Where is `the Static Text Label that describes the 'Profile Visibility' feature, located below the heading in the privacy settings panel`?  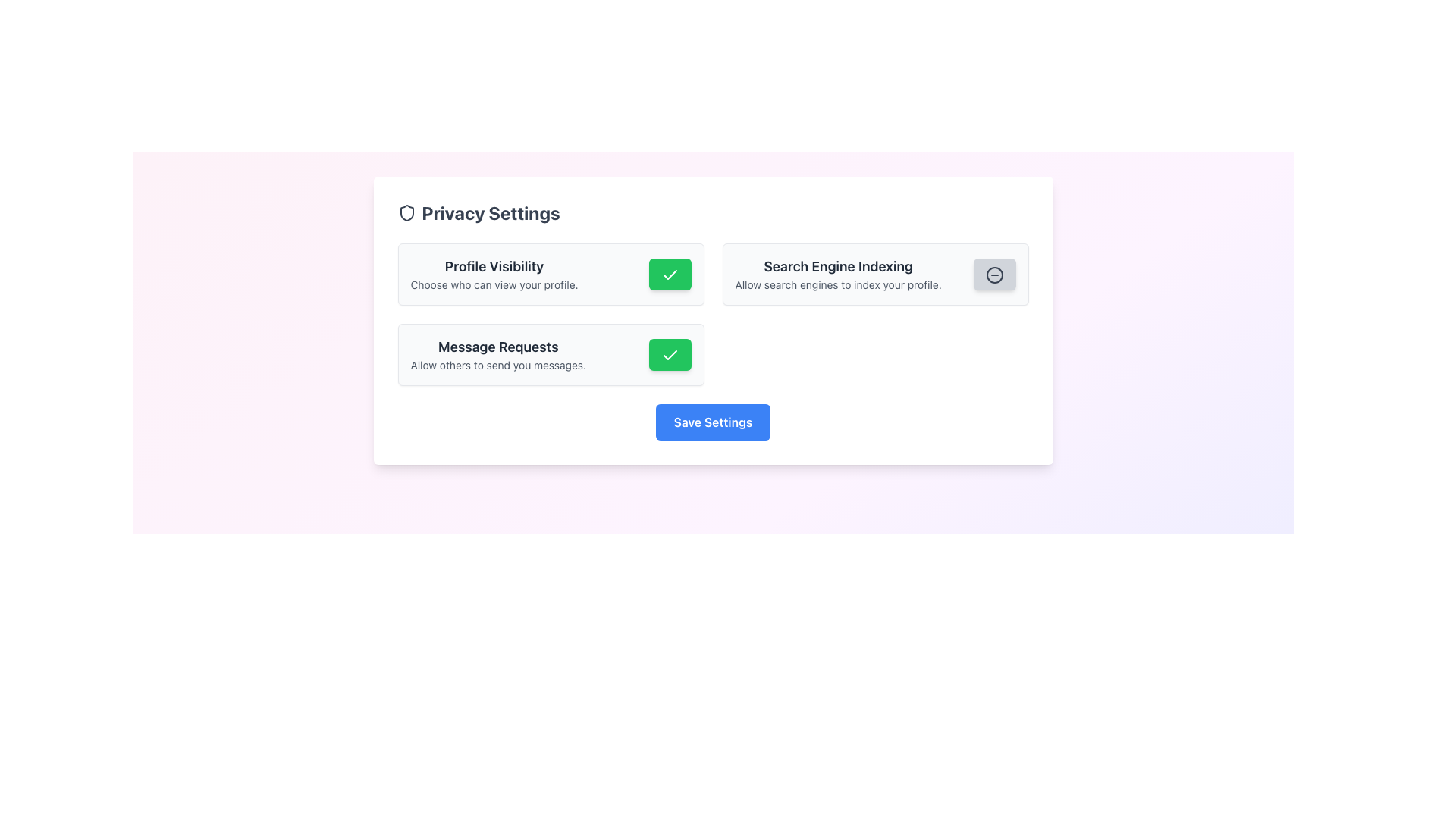
the Static Text Label that describes the 'Profile Visibility' feature, located below the heading in the privacy settings panel is located at coordinates (494, 284).